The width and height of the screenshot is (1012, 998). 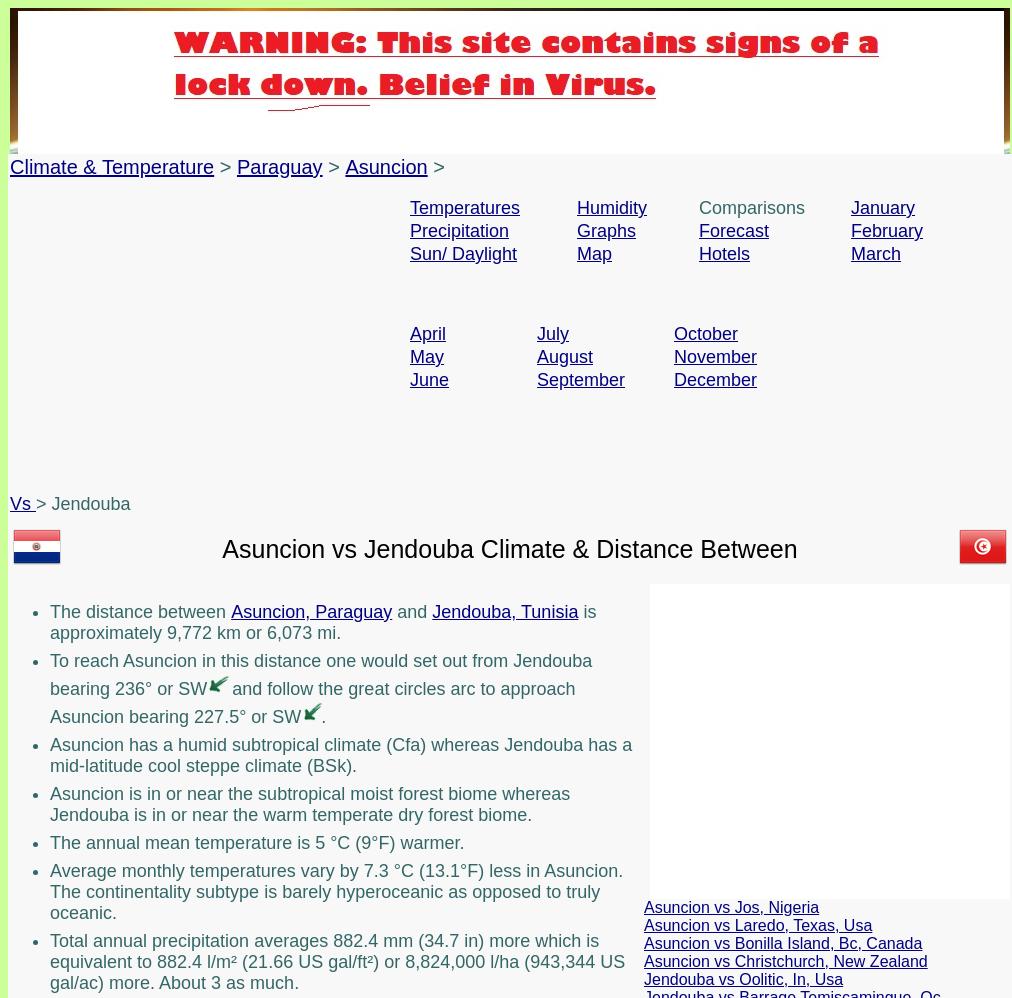 I want to click on 'Map', so click(x=593, y=252).